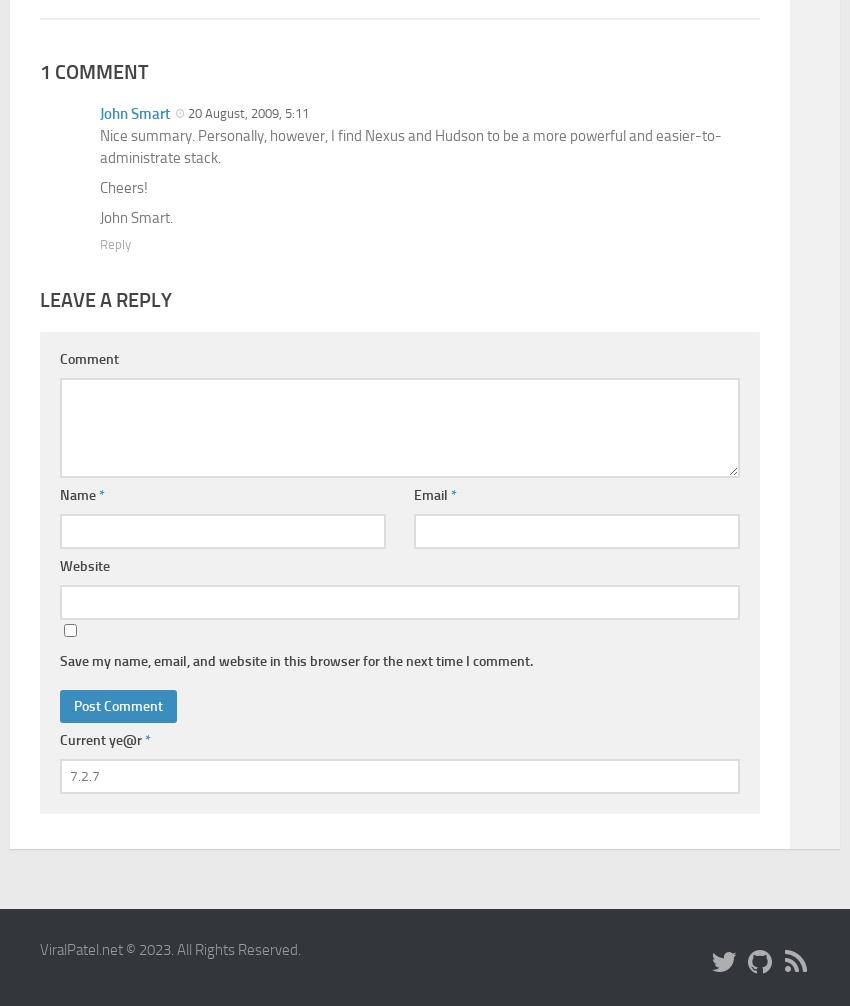  What do you see at coordinates (55, 235) in the screenshot?
I see `'Tags:'` at bounding box center [55, 235].